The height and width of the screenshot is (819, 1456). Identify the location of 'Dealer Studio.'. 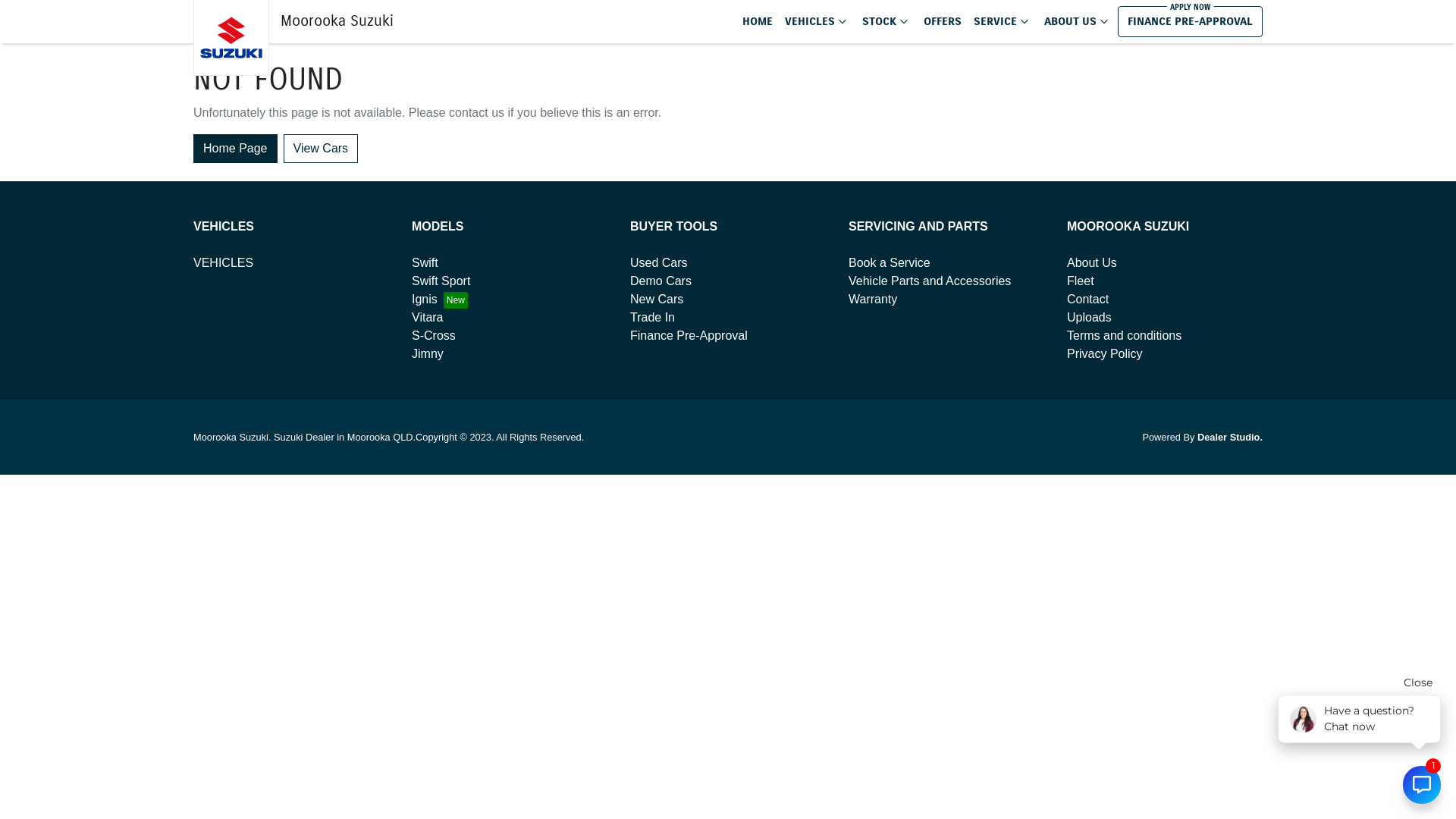
(1230, 436).